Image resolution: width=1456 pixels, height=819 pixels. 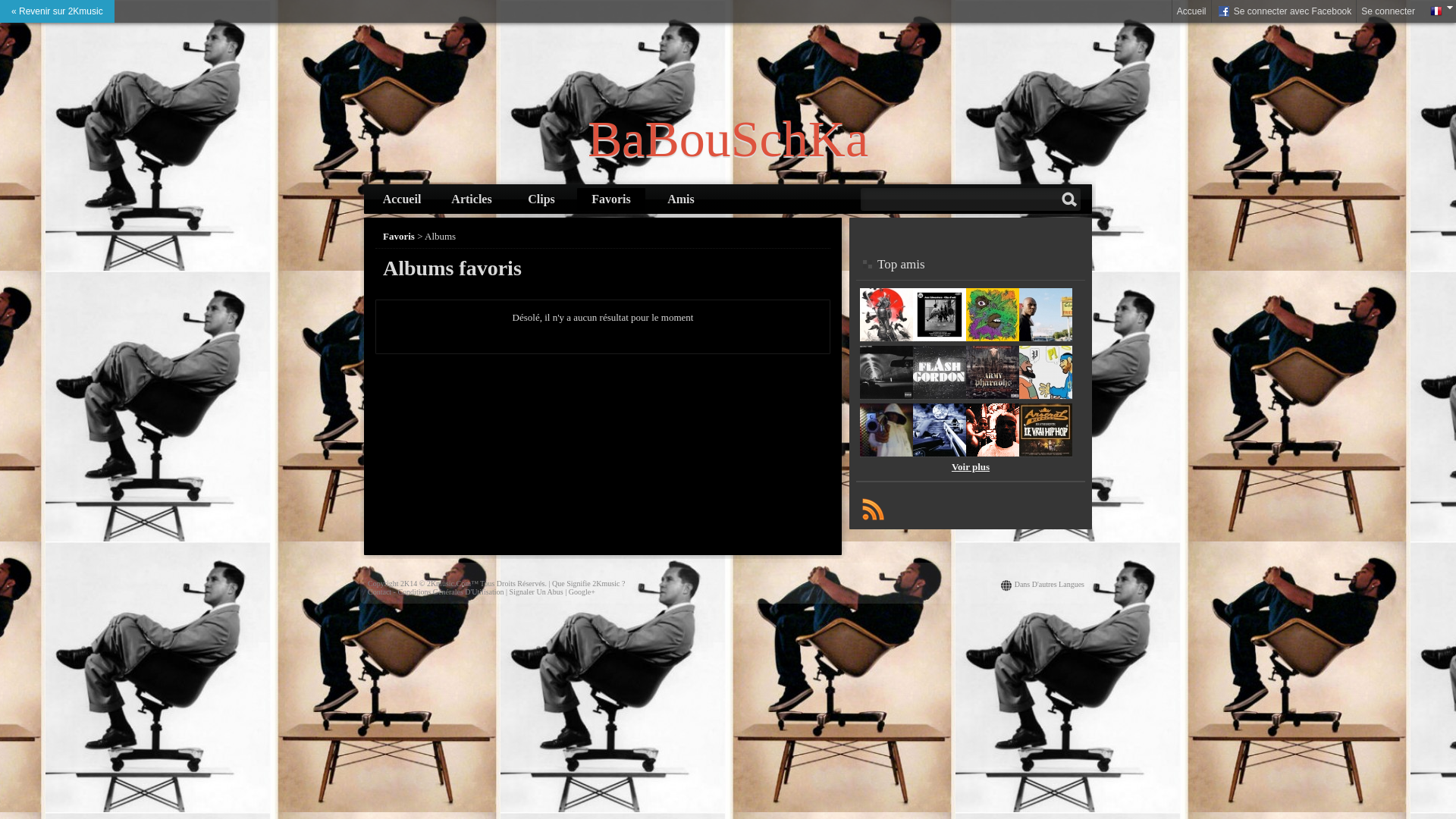 I want to click on ' Se connecter avec Facebook', so click(x=1211, y=11).